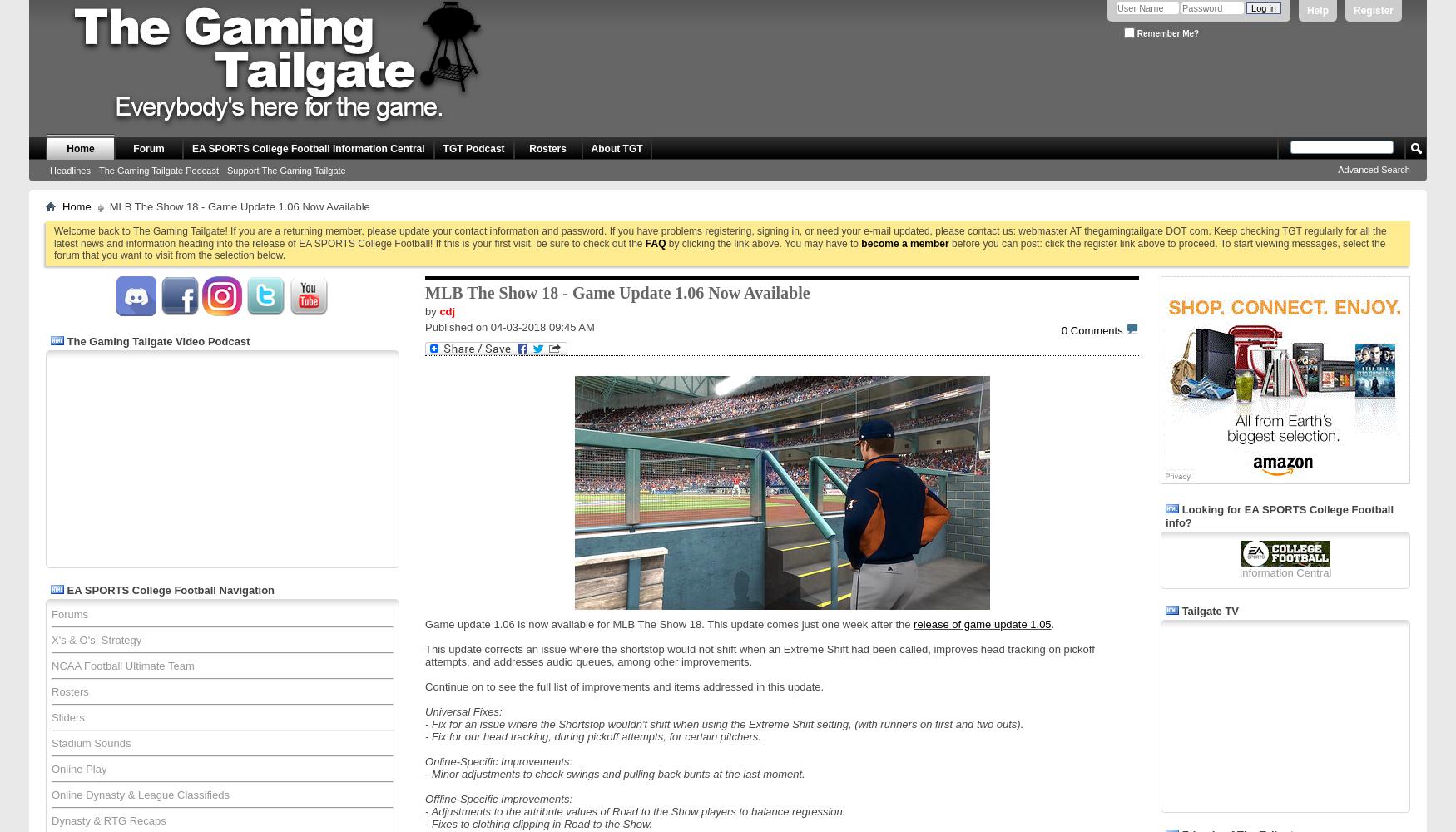  What do you see at coordinates (1279, 514) in the screenshot?
I see `'Looking for EA SPORTS College Football info?'` at bounding box center [1279, 514].